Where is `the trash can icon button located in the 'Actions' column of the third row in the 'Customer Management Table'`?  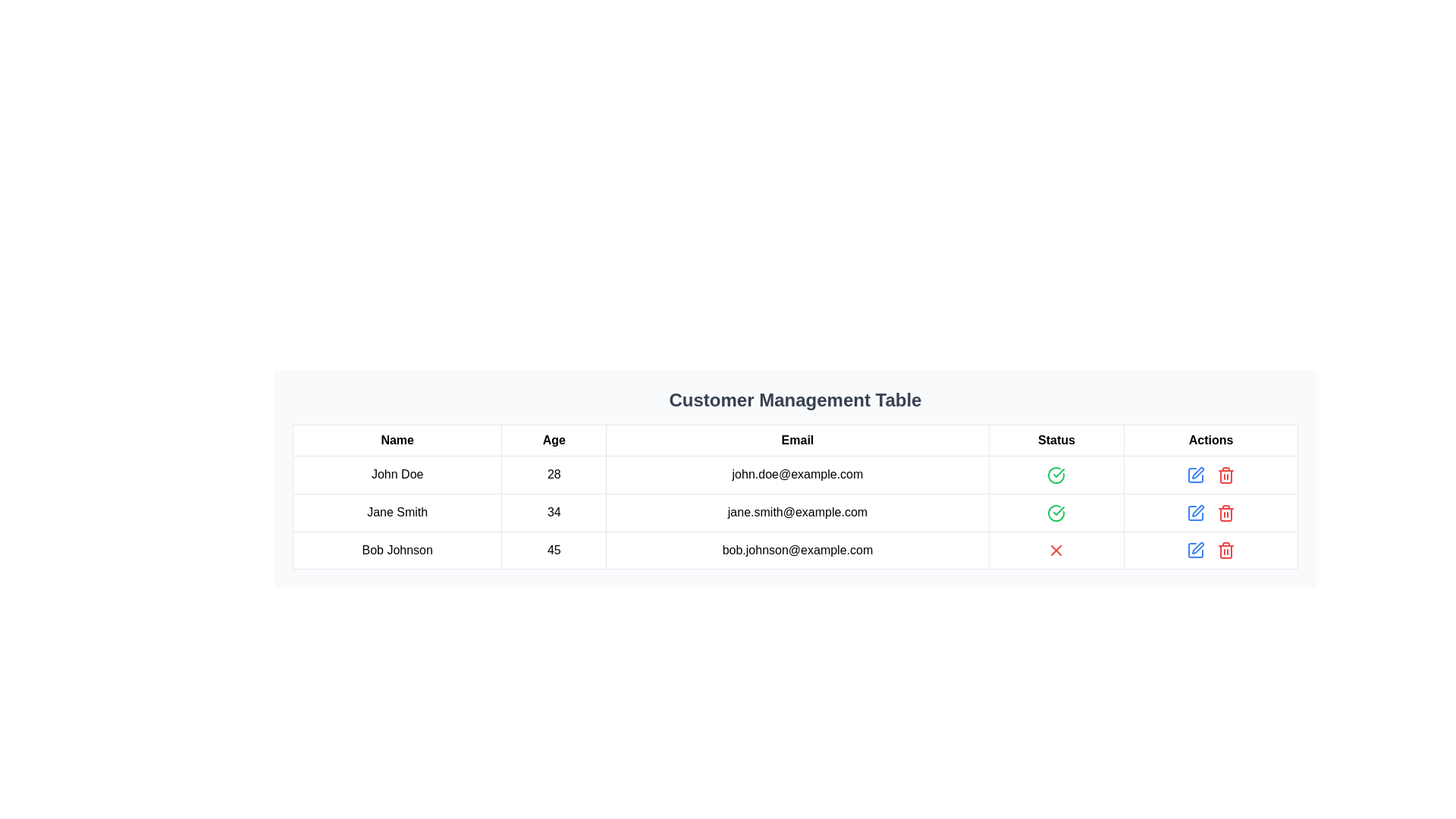
the trash can icon button located in the 'Actions' column of the third row in the 'Customer Management Table' is located at coordinates (1226, 552).